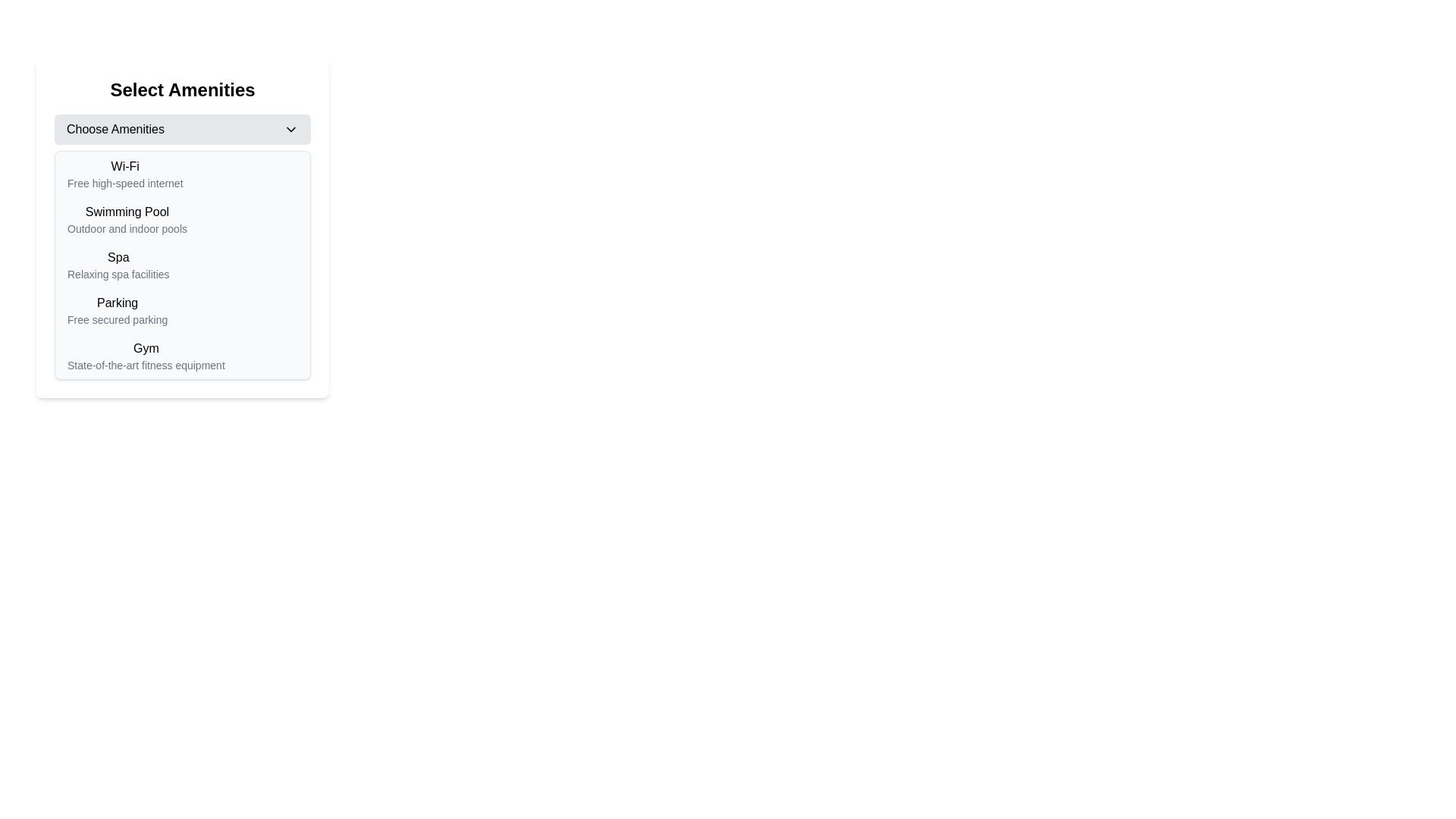  What do you see at coordinates (182, 219) in the screenshot?
I see `the 'Swimming Pool' label with description, which displays the text in bold and includes a smaller description below it, positioned in a vertical list of amenities` at bounding box center [182, 219].